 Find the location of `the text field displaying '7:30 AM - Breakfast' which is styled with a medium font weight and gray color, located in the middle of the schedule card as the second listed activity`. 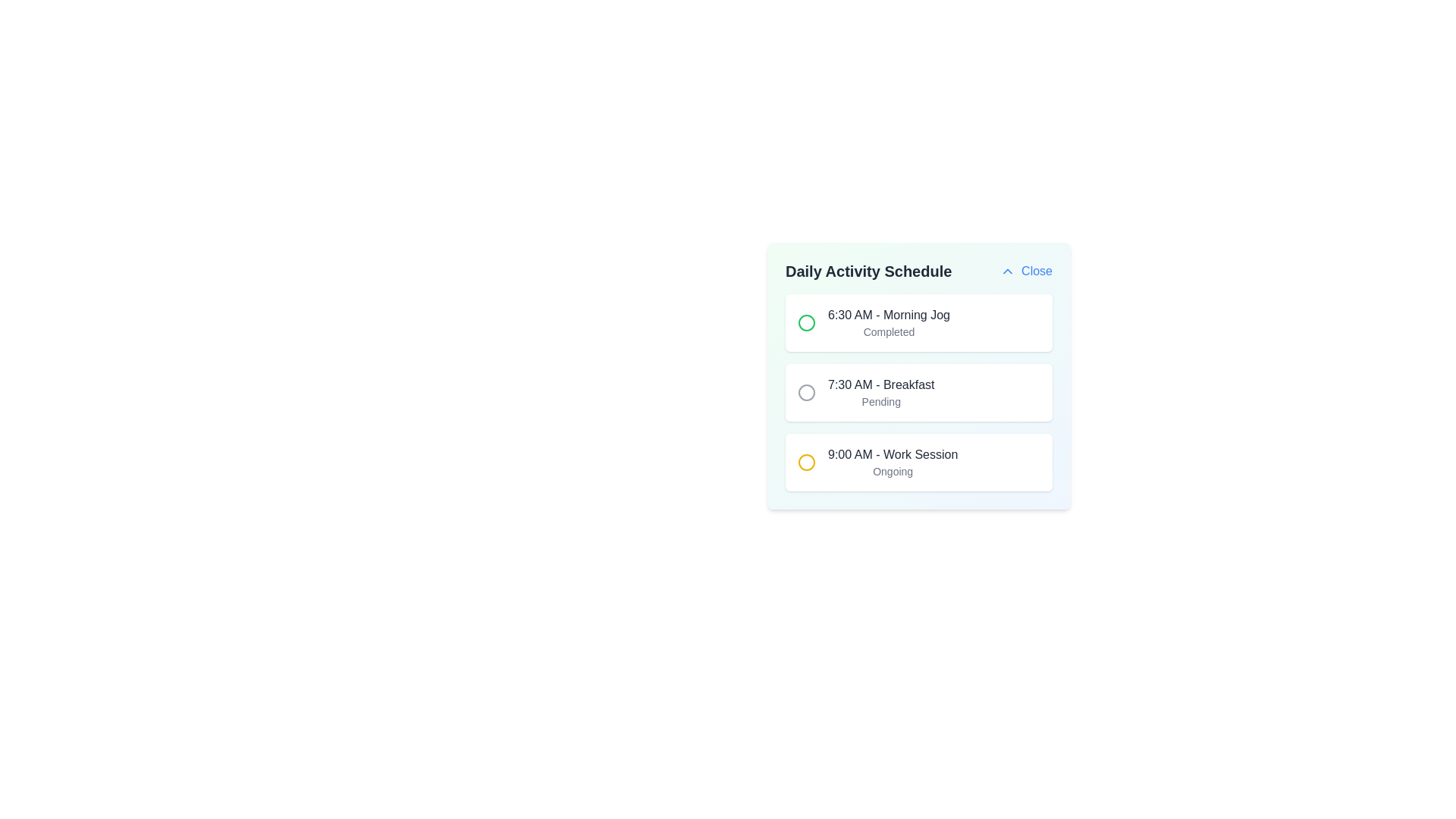

the text field displaying '7:30 AM - Breakfast' which is styled with a medium font weight and gray color, located in the middle of the schedule card as the second listed activity is located at coordinates (881, 384).